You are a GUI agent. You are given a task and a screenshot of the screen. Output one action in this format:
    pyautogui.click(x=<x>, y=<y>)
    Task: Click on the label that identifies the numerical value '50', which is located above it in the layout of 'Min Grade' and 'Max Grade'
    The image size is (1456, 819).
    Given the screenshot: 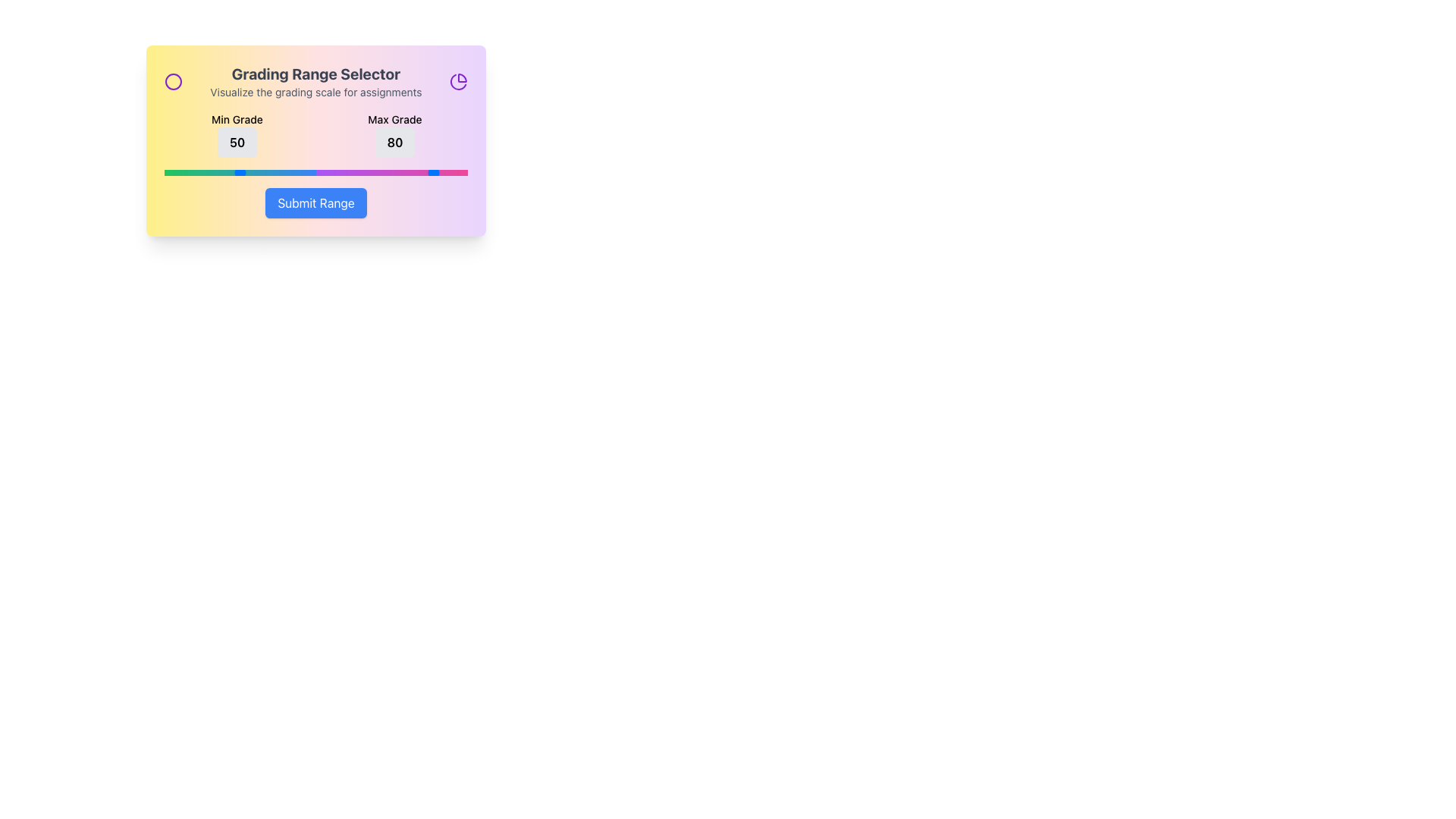 What is the action you would take?
    pyautogui.click(x=236, y=119)
    